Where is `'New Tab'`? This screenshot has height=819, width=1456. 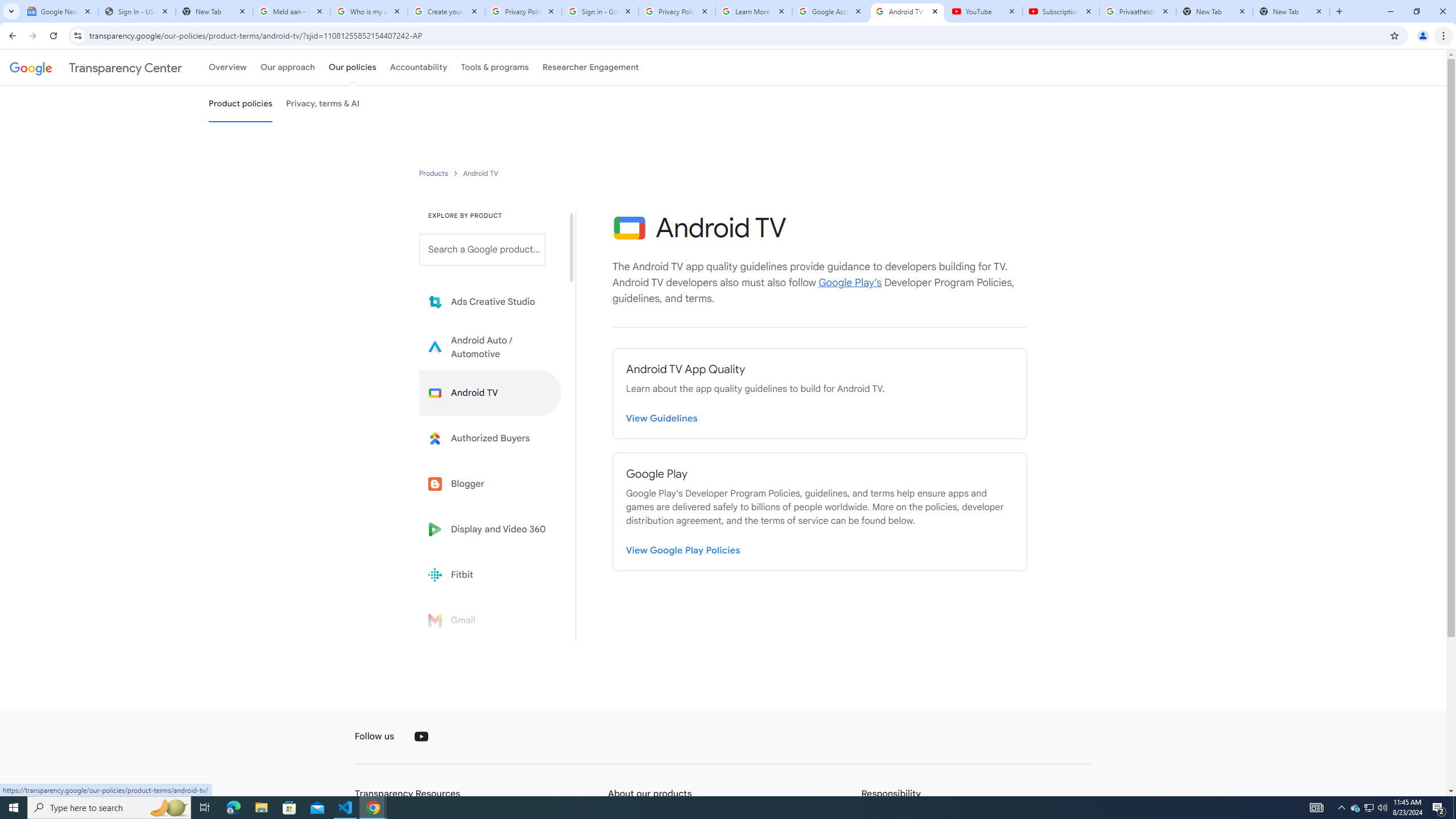
'New Tab' is located at coordinates (1291, 11).